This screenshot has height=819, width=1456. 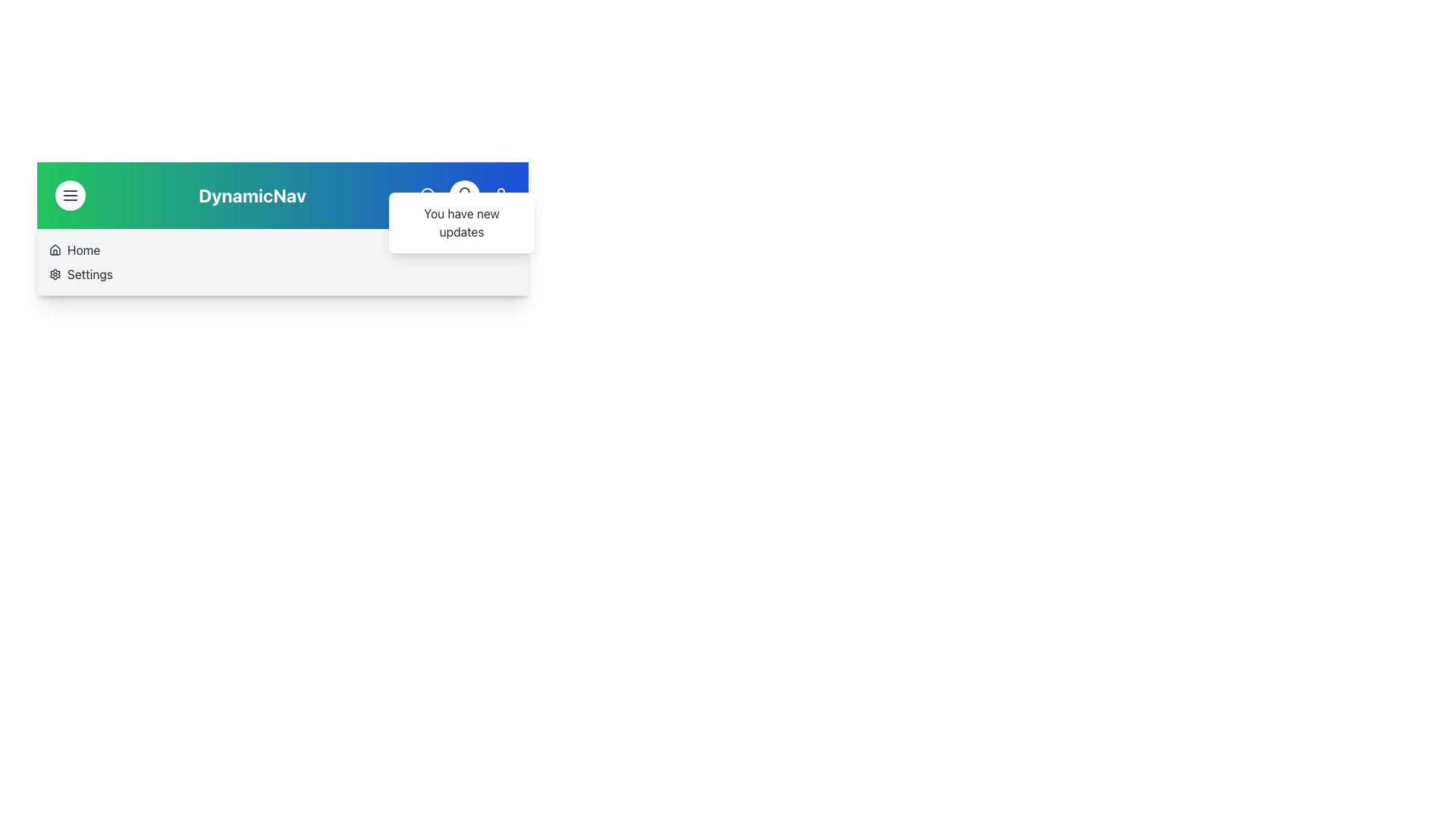 What do you see at coordinates (83, 249) in the screenshot?
I see `the Text label that indicates navigation to the homepage, positioned to the right of the house-shaped icon in the navigation bar` at bounding box center [83, 249].